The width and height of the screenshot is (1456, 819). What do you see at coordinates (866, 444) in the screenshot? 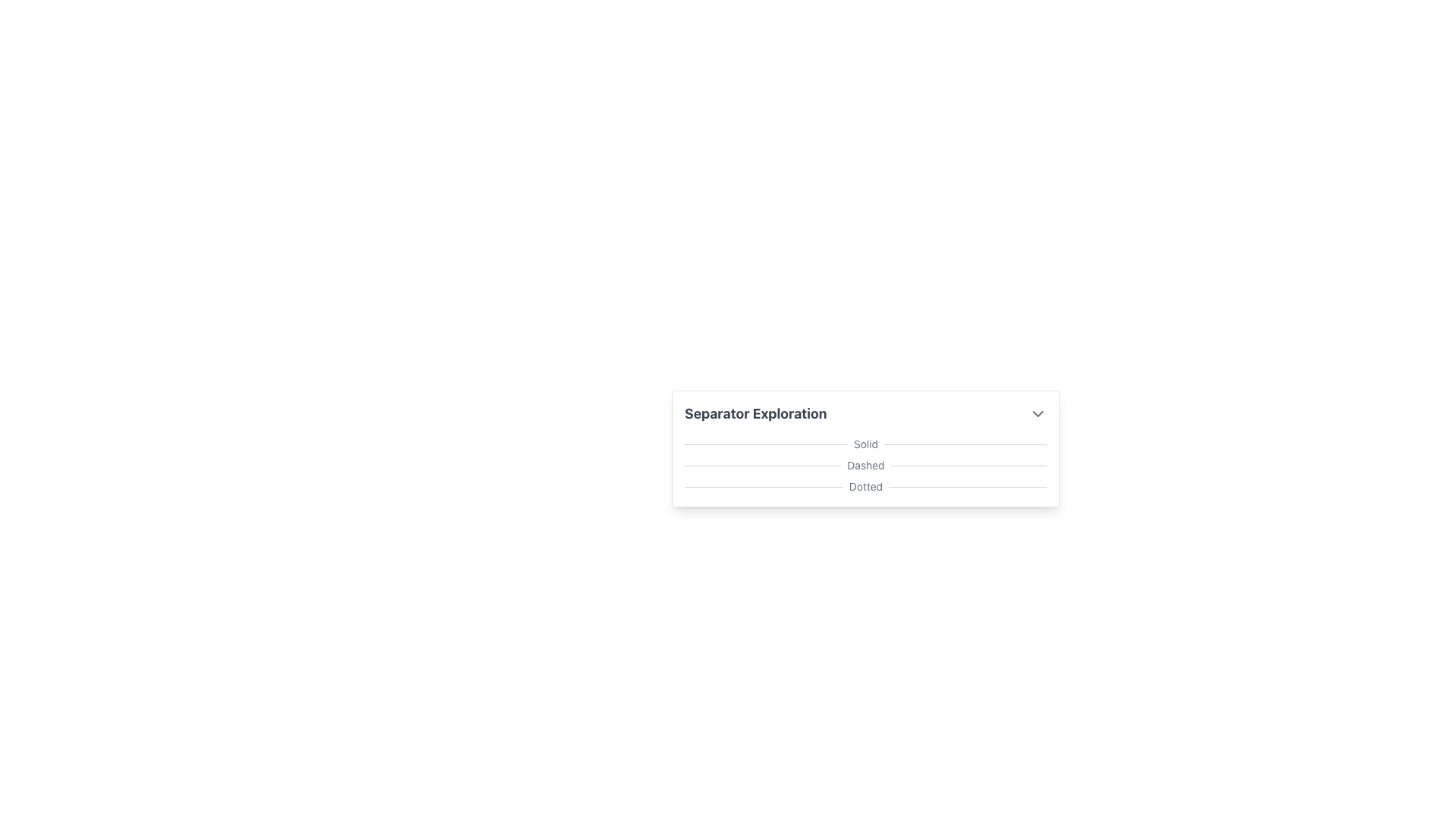
I see `the text label displaying the word 'Solid' in a small gray font, which is centered between two thin horizontal lines` at bounding box center [866, 444].